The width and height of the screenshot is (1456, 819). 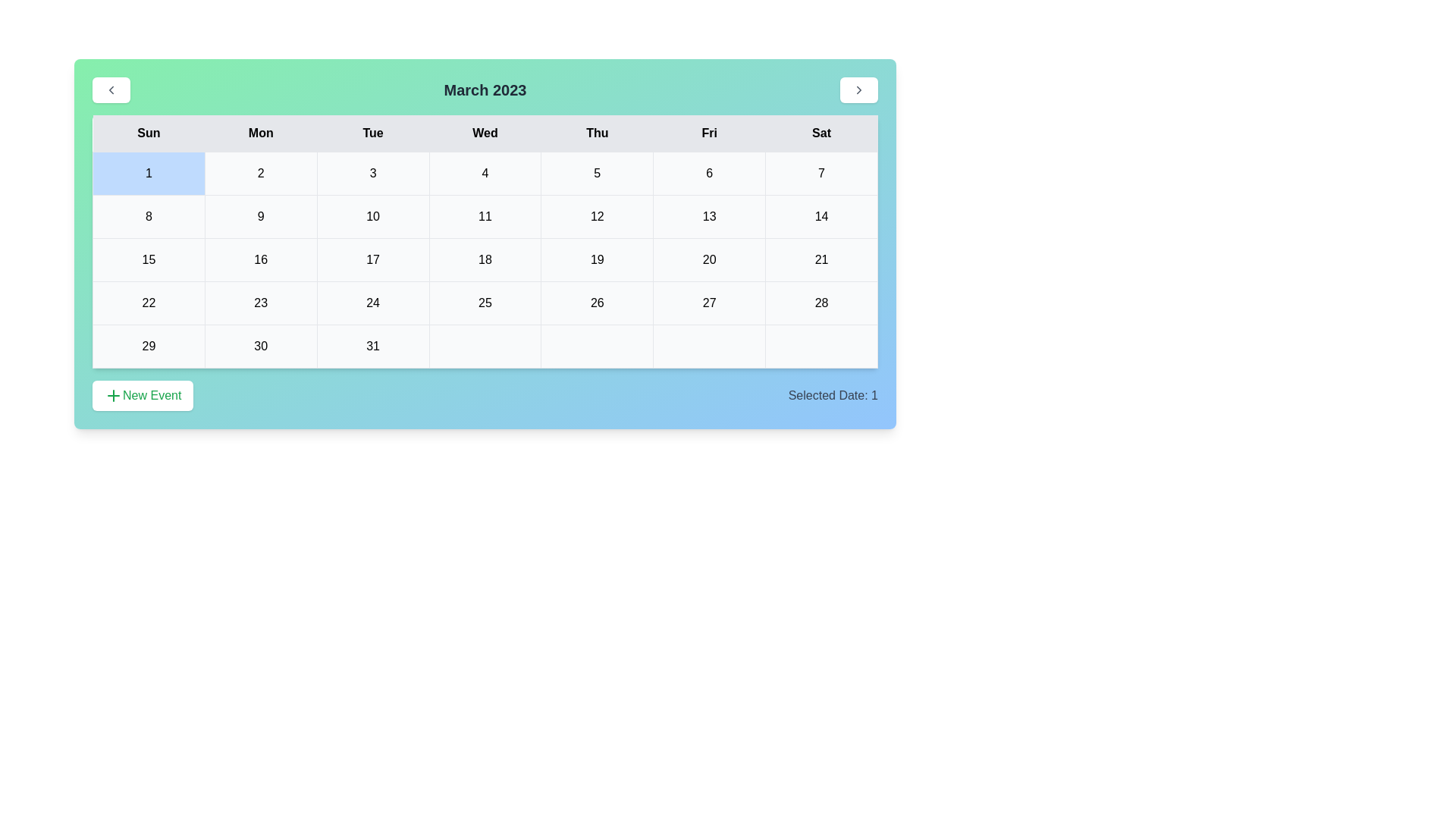 I want to click on the cell representing the date 15 in the calendar, so click(x=149, y=259).